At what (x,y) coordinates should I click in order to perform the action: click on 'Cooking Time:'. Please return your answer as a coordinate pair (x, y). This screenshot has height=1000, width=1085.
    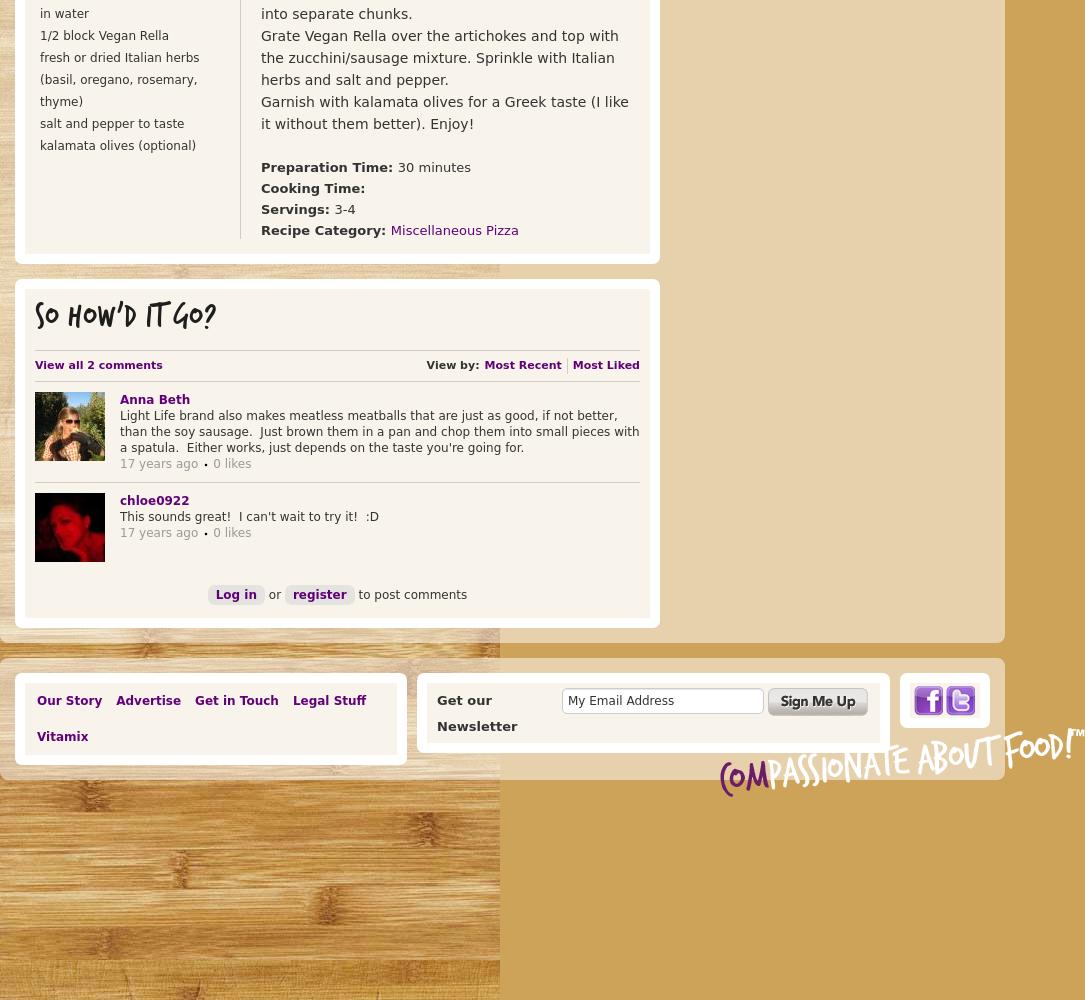
    Looking at the image, I should click on (260, 188).